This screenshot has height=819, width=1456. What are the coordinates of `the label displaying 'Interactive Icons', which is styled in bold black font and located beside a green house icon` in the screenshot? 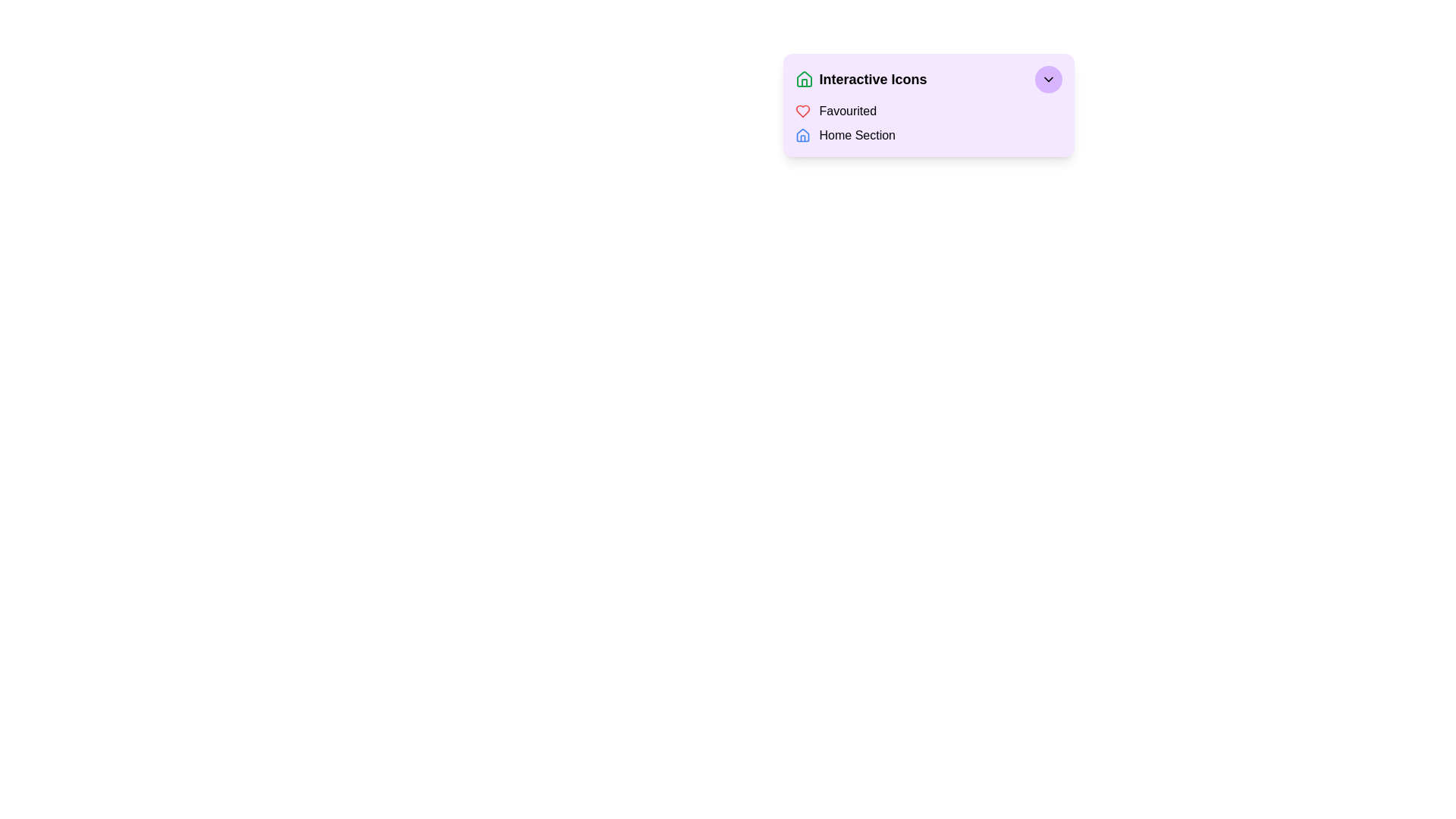 It's located at (861, 79).